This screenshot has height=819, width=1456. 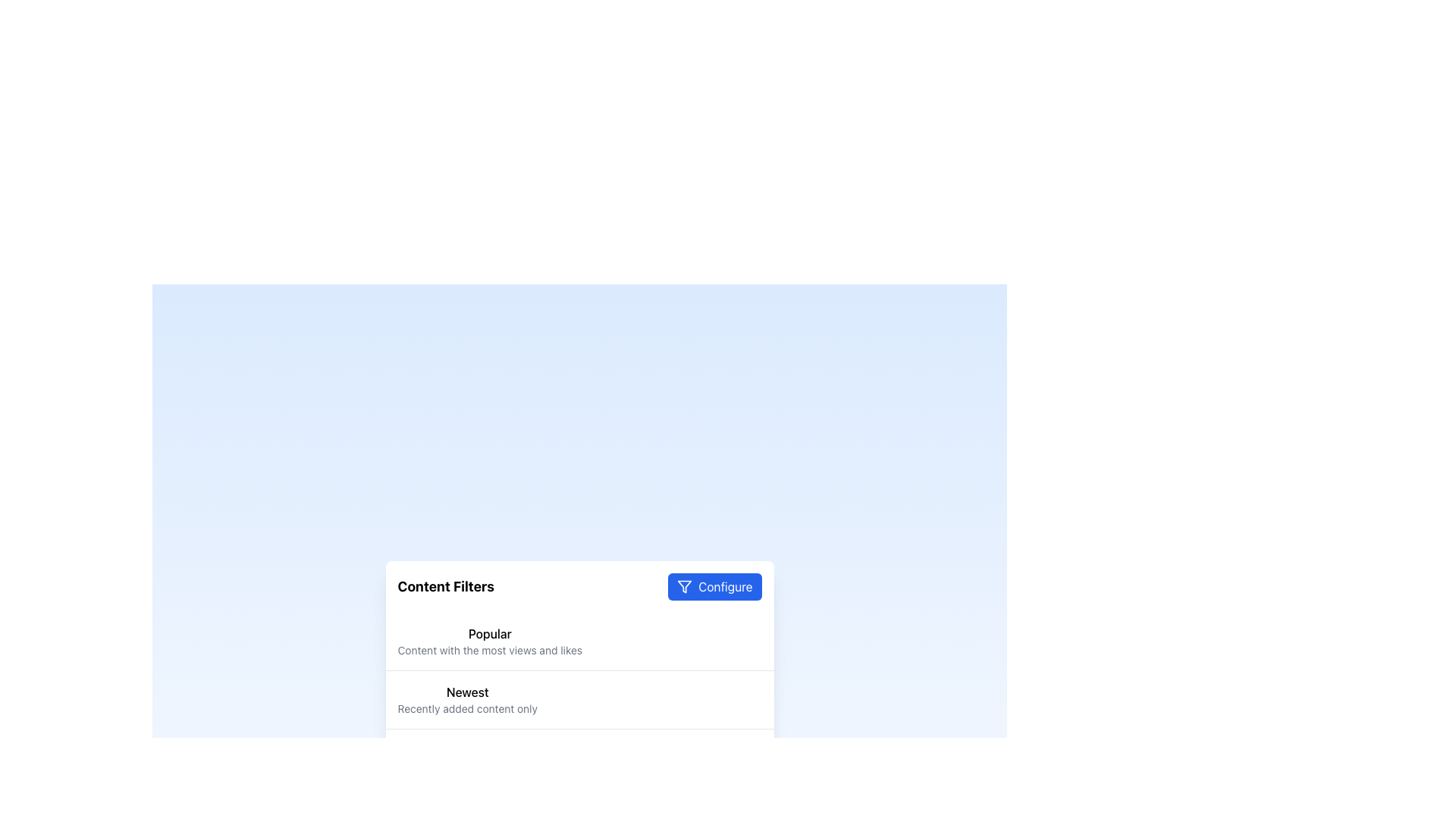 What do you see at coordinates (490, 649) in the screenshot?
I see `the static text content that provides a description about the 'Popular' category, located directly below the 'Popular' text in the 'Content Filters' section` at bounding box center [490, 649].